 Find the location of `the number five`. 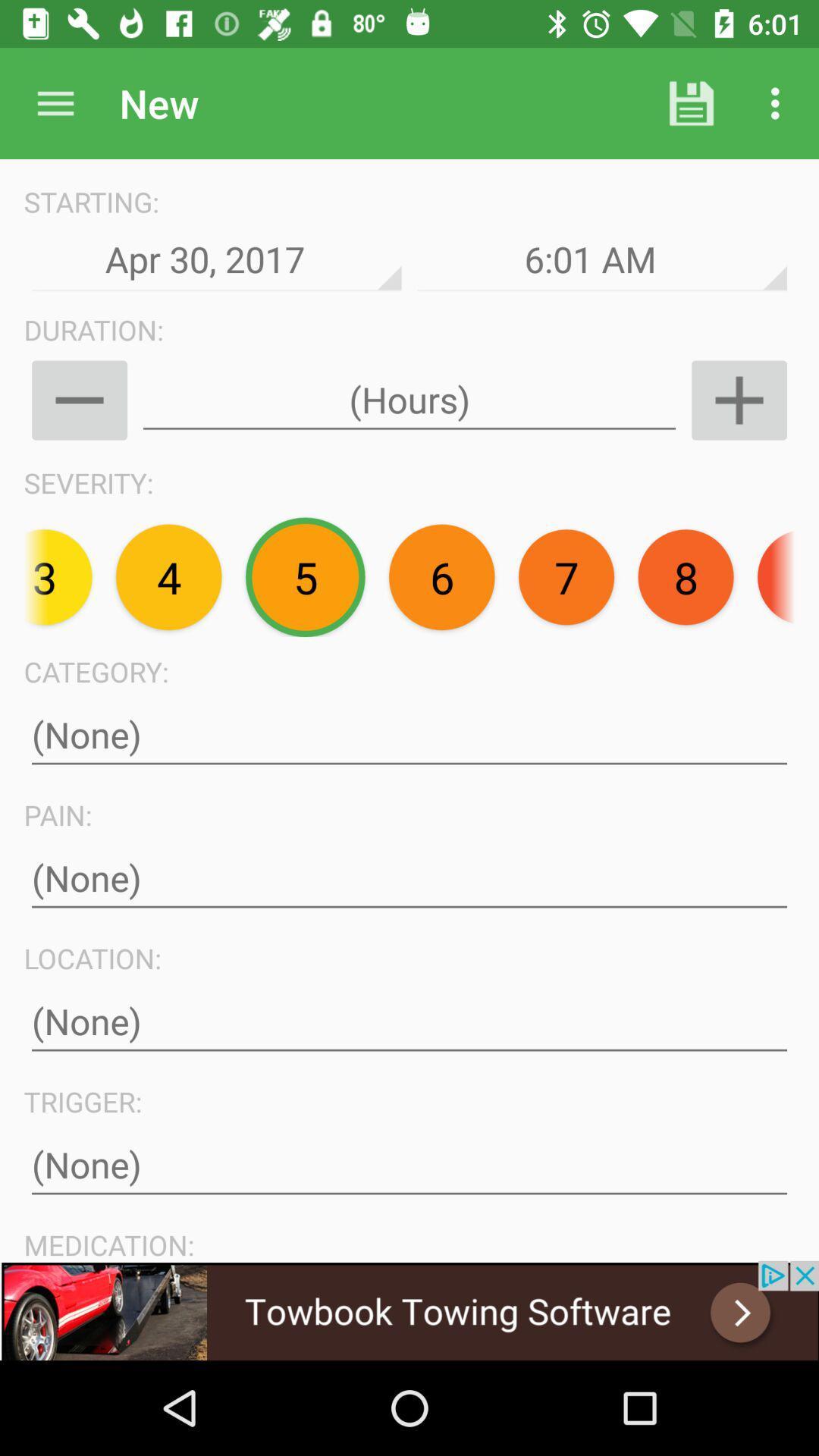

the number five is located at coordinates (305, 576).